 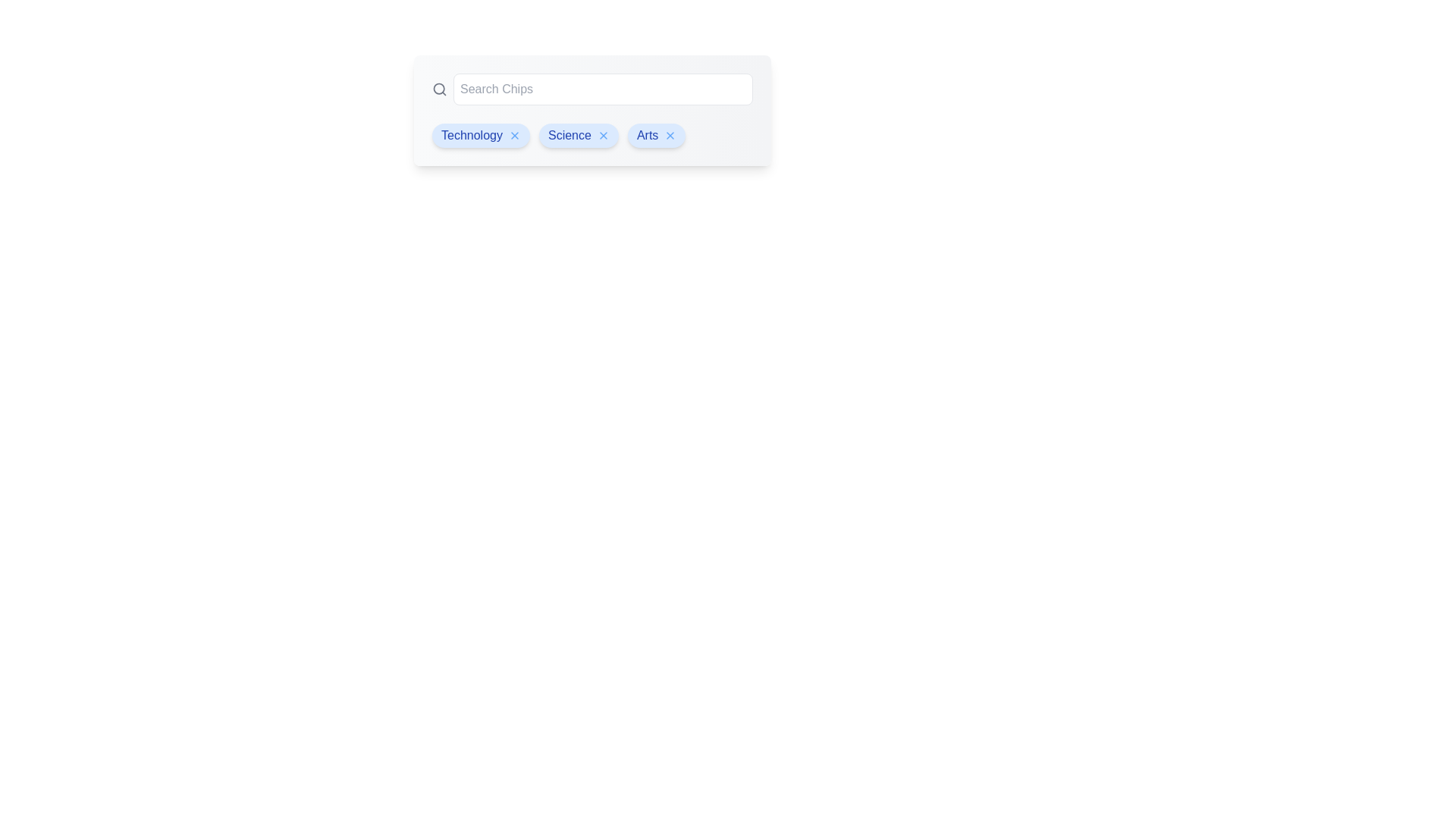 What do you see at coordinates (602, 134) in the screenshot?
I see `delete button for the chip labeled Science` at bounding box center [602, 134].